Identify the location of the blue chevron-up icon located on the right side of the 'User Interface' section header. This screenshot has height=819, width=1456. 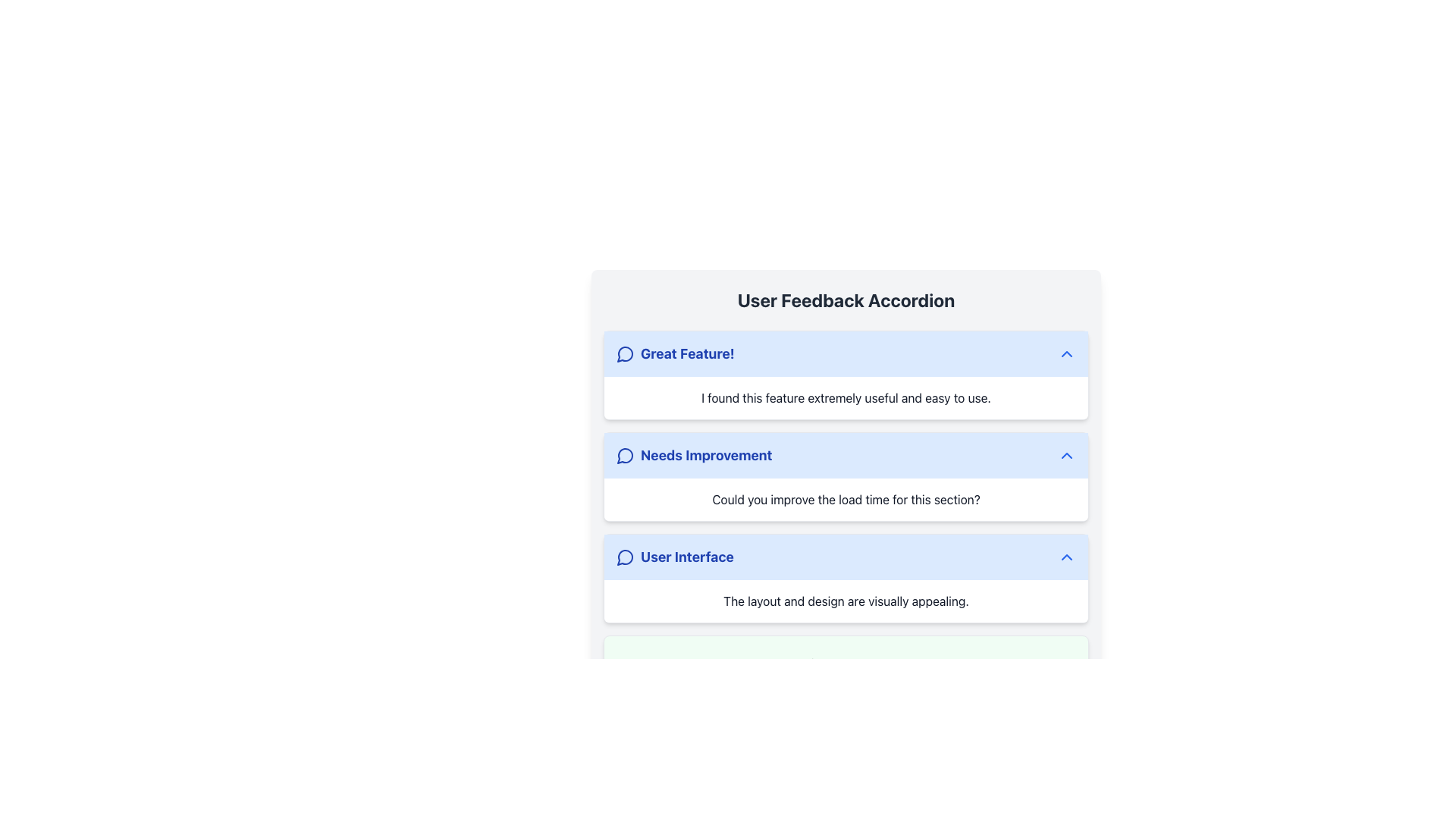
(1065, 557).